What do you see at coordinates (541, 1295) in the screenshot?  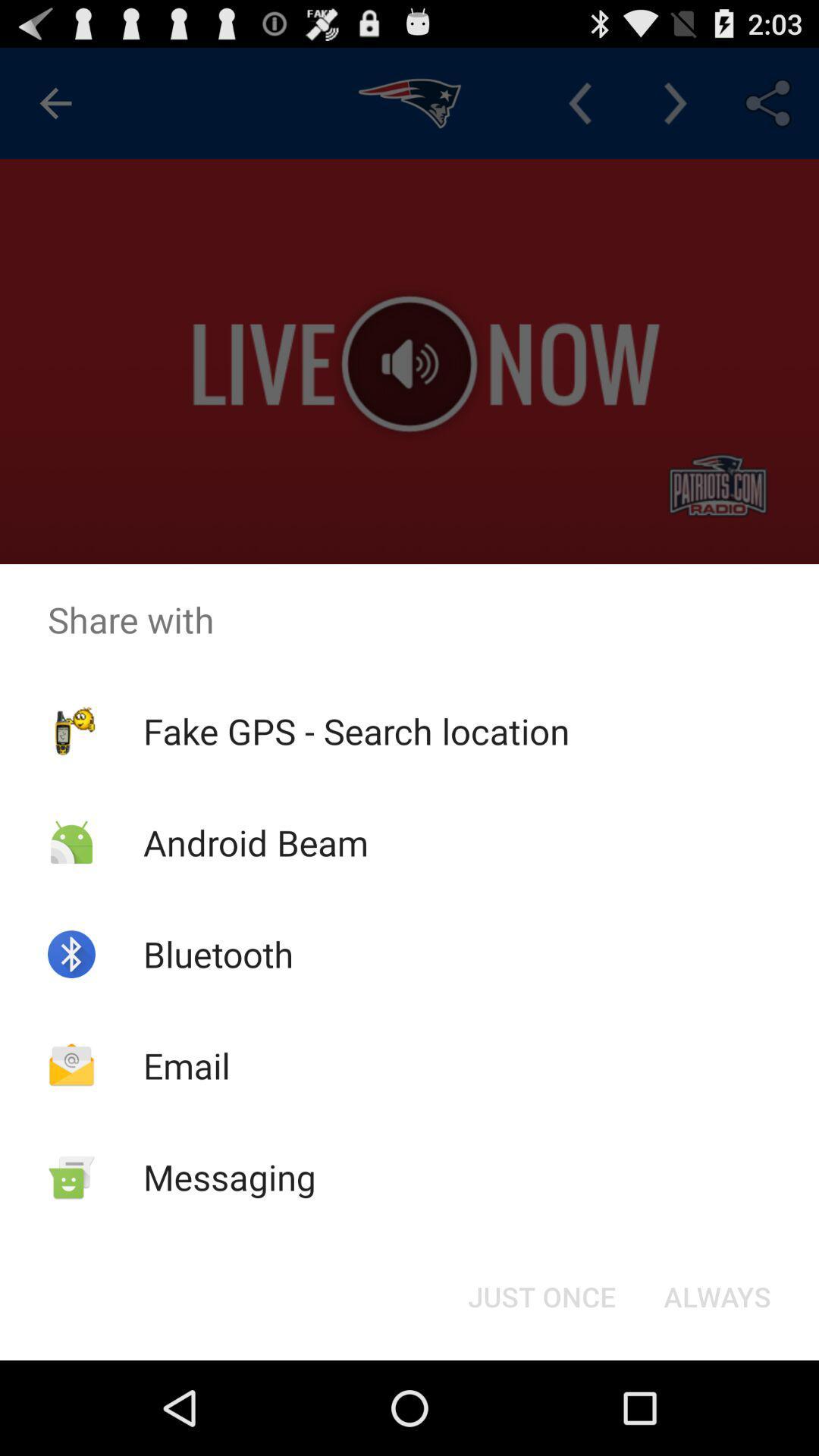 I see `icon below the fake gps search app` at bounding box center [541, 1295].